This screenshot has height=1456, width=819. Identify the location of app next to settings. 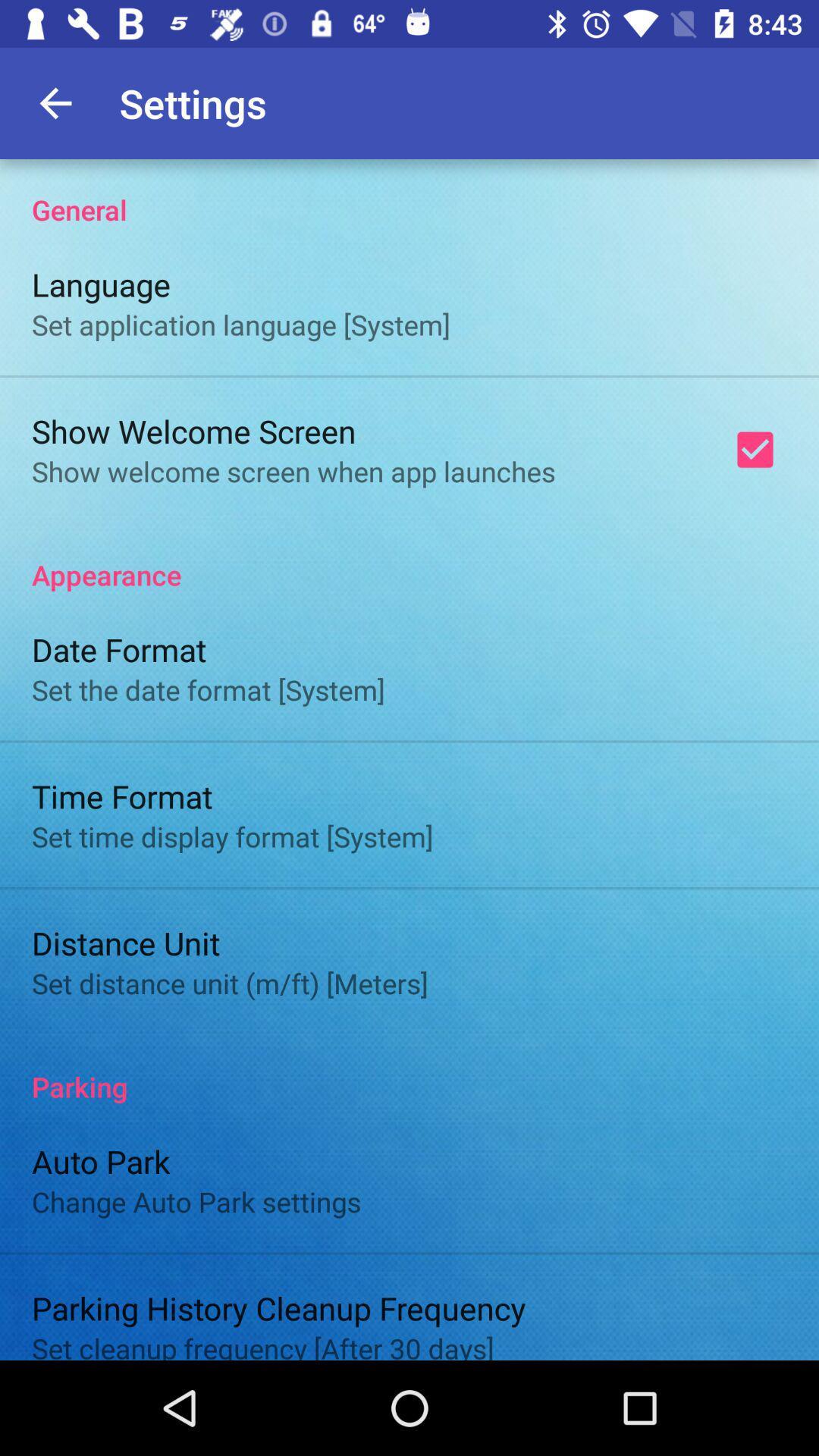
(55, 102).